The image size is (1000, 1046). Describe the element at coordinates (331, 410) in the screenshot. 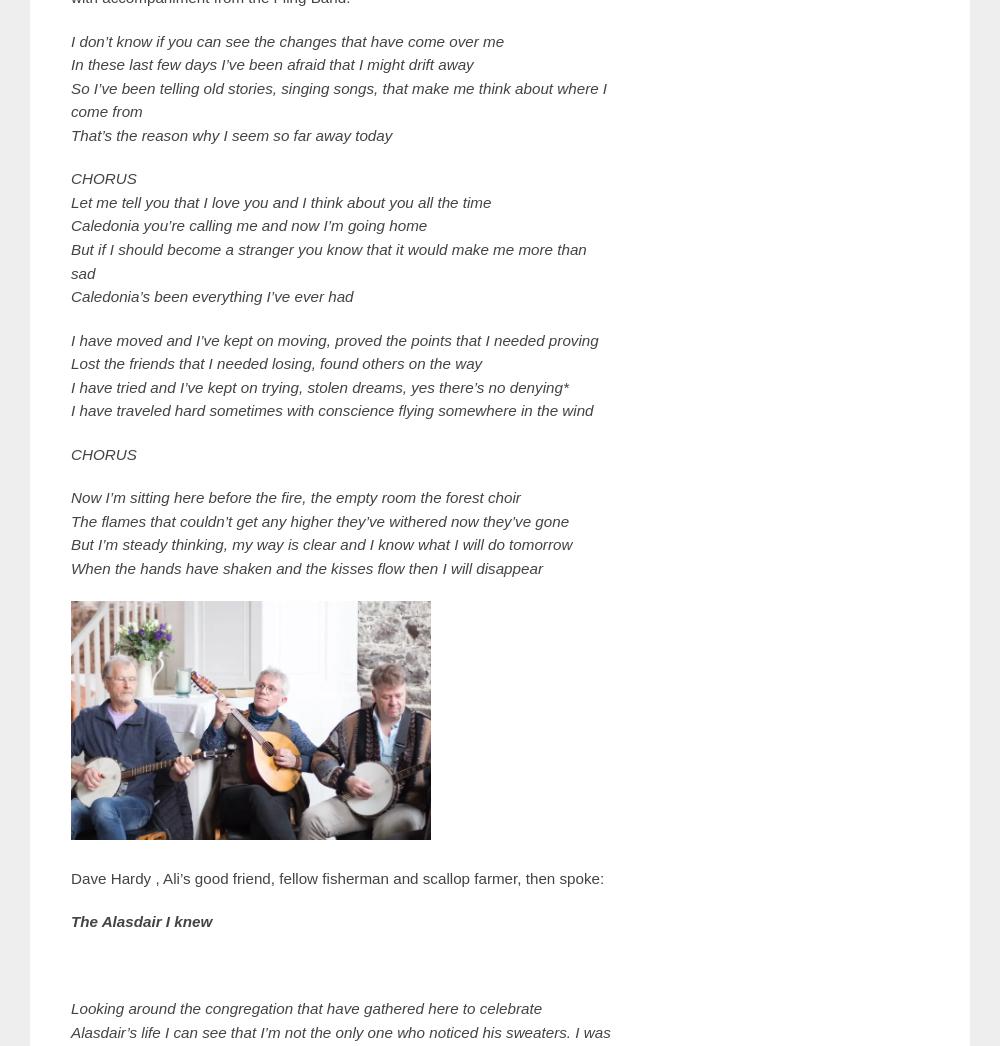

I see `'I have traveled hard sometimes with conscience flying somewhere in the wind'` at that location.